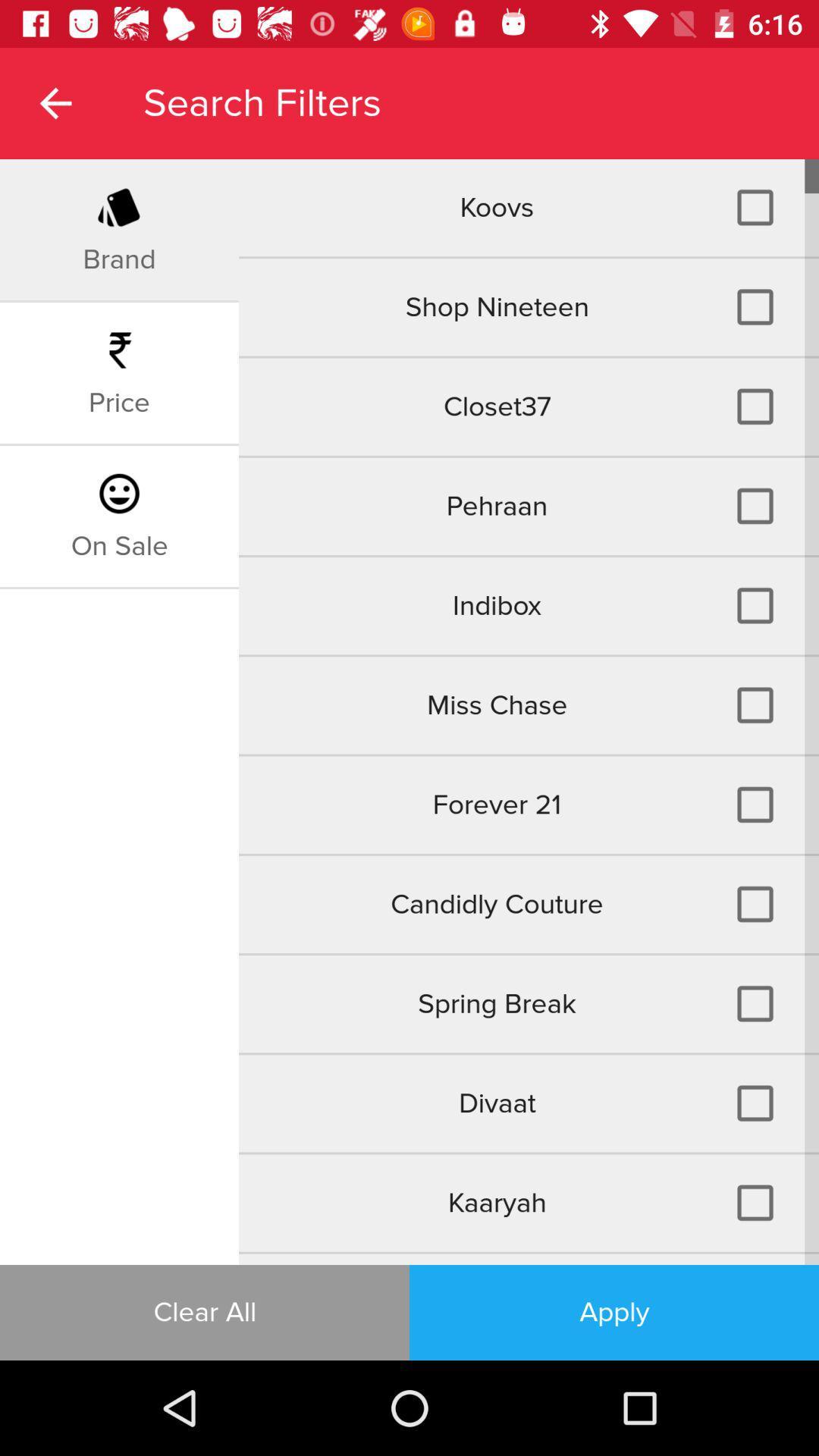 Image resolution: width=819 pixels, height=1456 pixels. What do you see at coordinates (528, 506) in the screenshot?
I see `the icon above the indibox icon` at bounding box center [528, 506].